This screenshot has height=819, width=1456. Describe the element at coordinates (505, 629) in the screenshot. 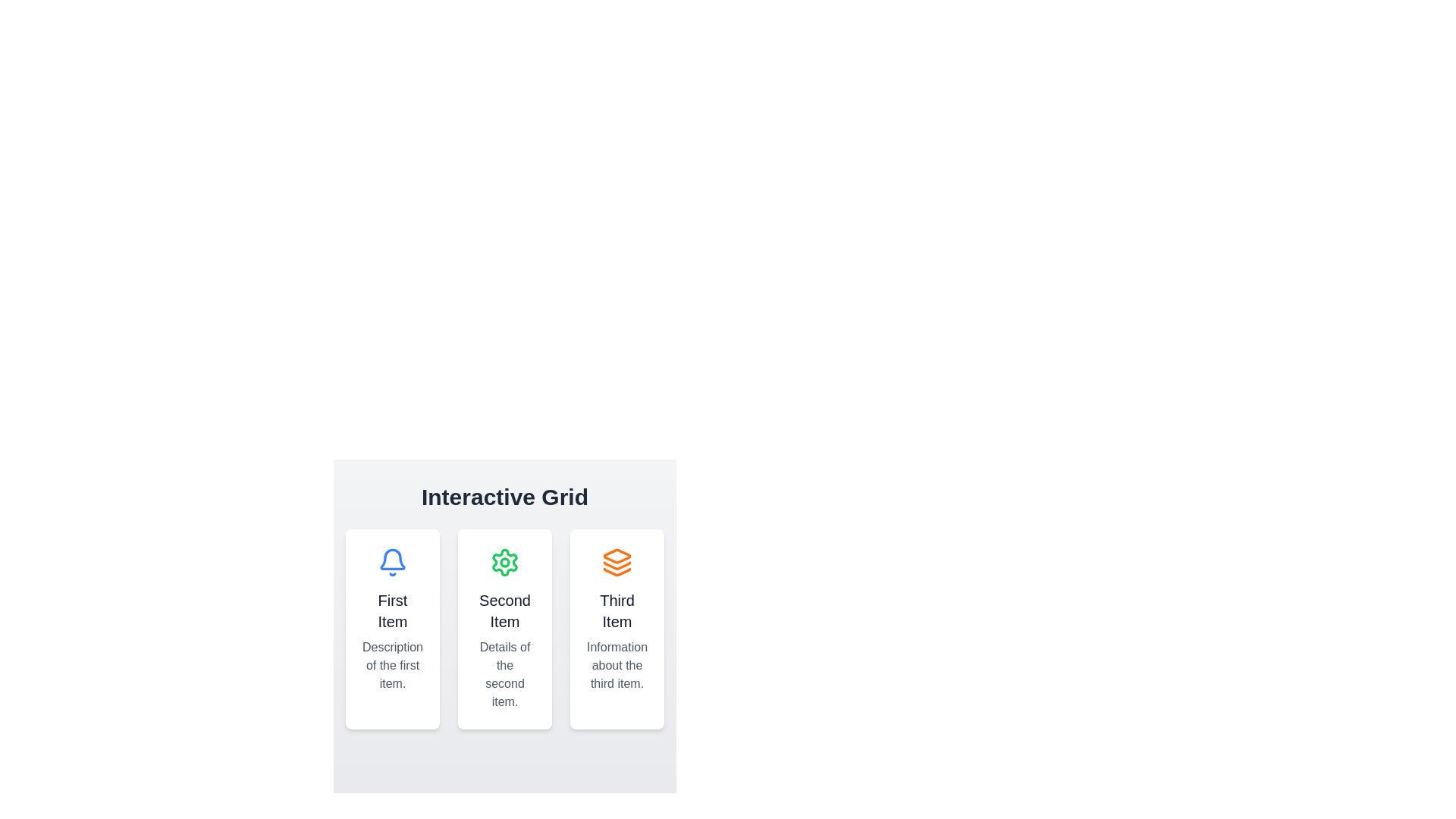

I see `the second card in the Interactive Grid, which displays a green gear icon, labeled 'Second Item' with the description 'Details of the second item.'` at that location.